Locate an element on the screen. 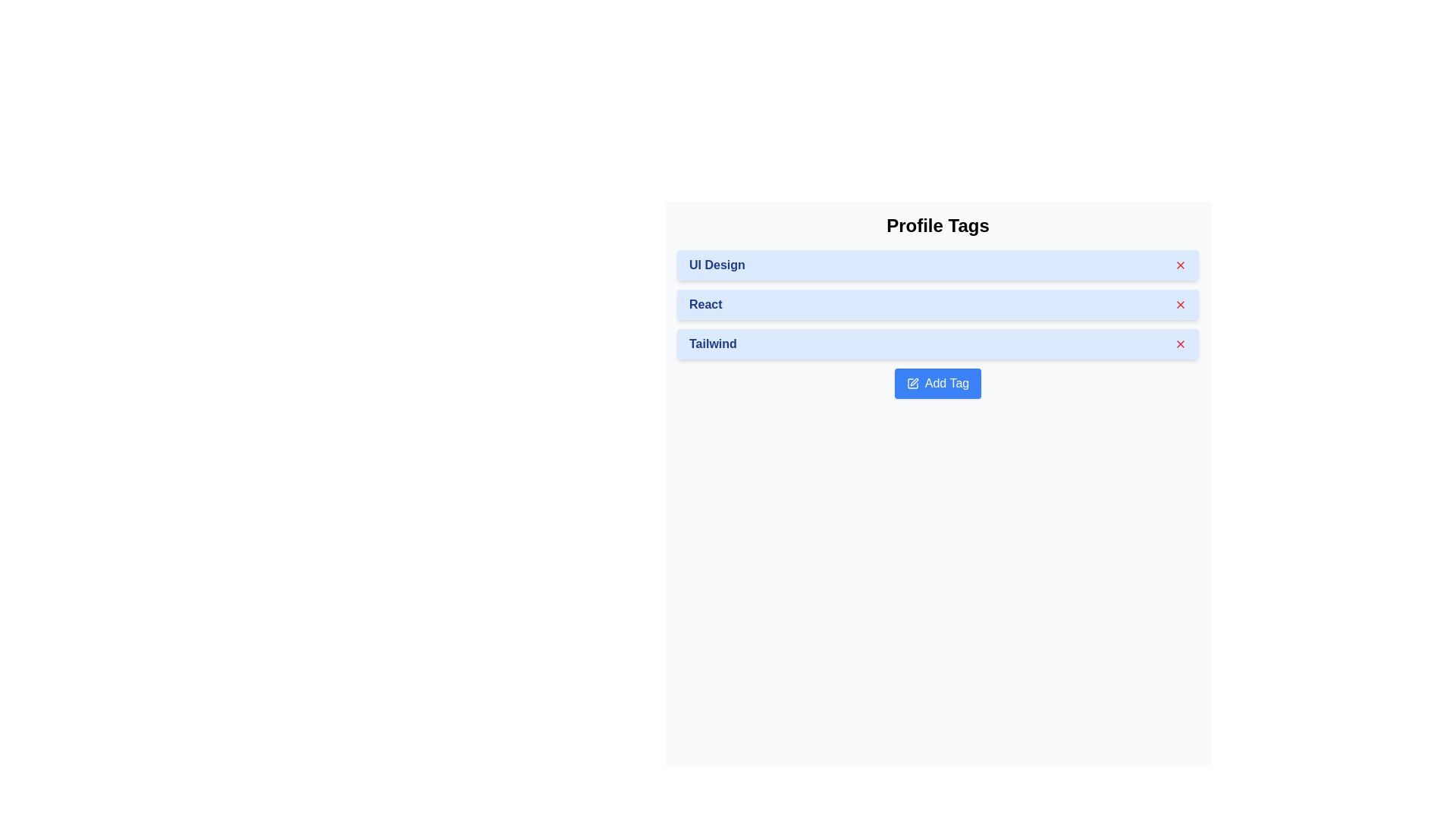 The height and width of the screenshot is (819, 1456). the text label representing a user-selected skill or topic, located in the second tag under 'Profile Tags', between 'UI Design' and 'Tailwind' is located at coordinates (704, 304).